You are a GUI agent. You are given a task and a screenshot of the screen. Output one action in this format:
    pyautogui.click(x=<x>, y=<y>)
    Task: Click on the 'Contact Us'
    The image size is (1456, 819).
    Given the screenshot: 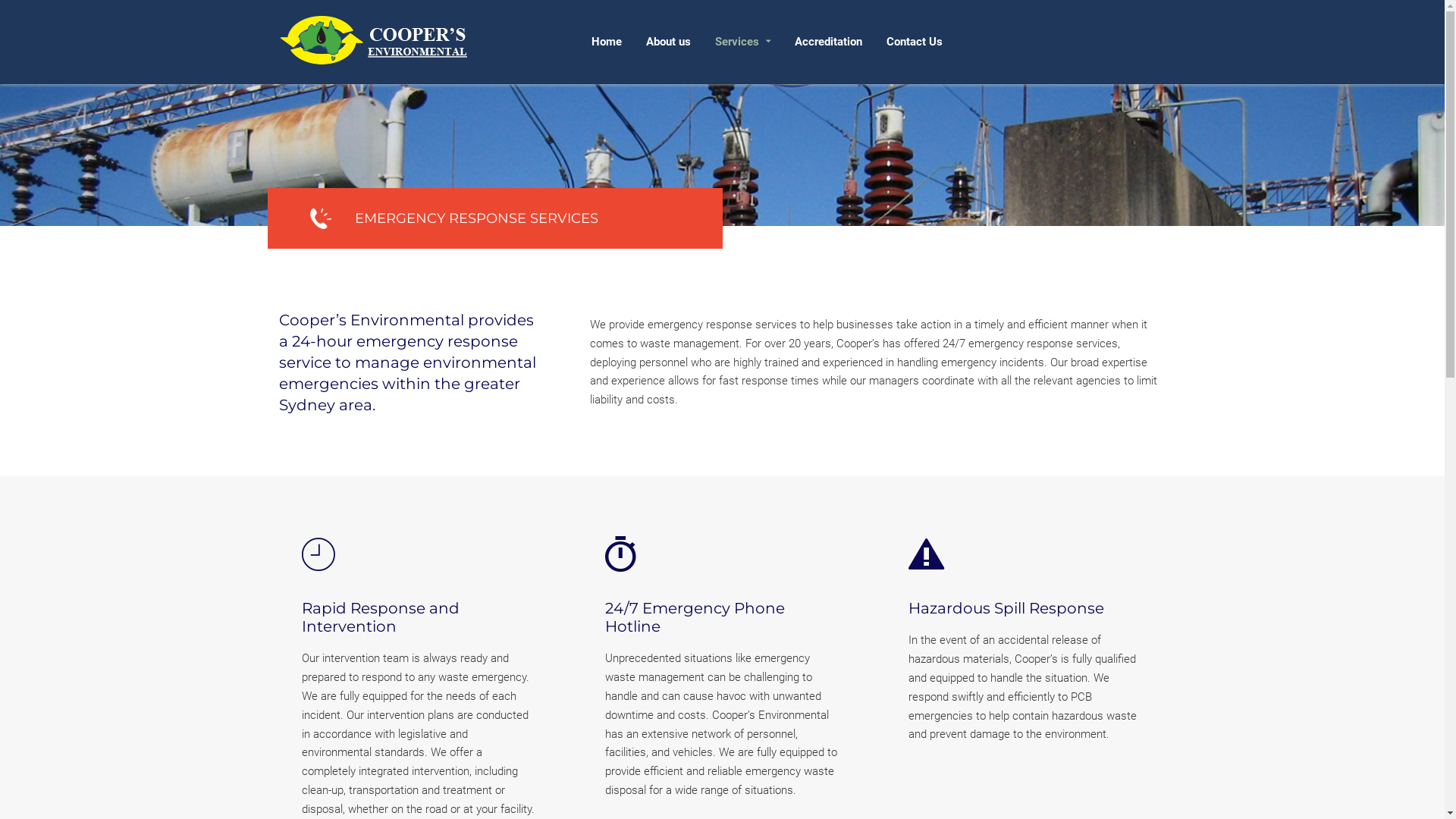 What is the action you would take?
    pyautogui.click(x=912, y=41)
    